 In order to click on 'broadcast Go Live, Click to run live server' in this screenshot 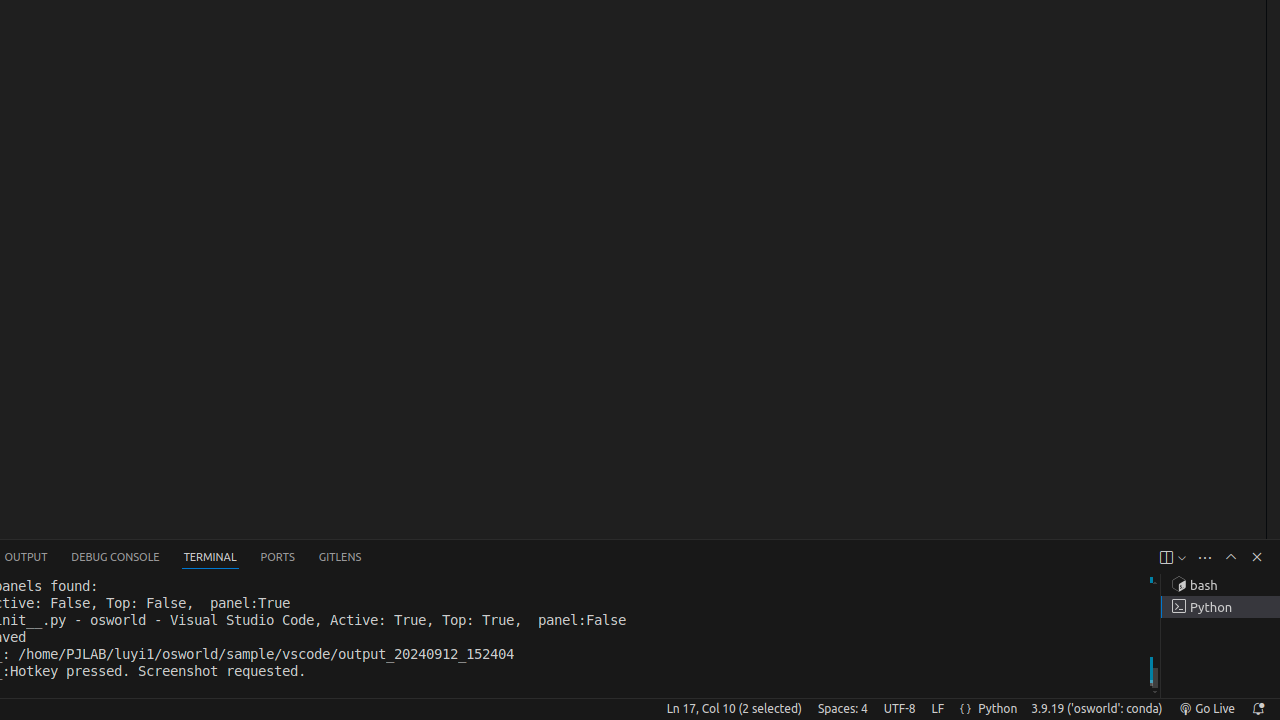, I will do `click(1205, 707)`.